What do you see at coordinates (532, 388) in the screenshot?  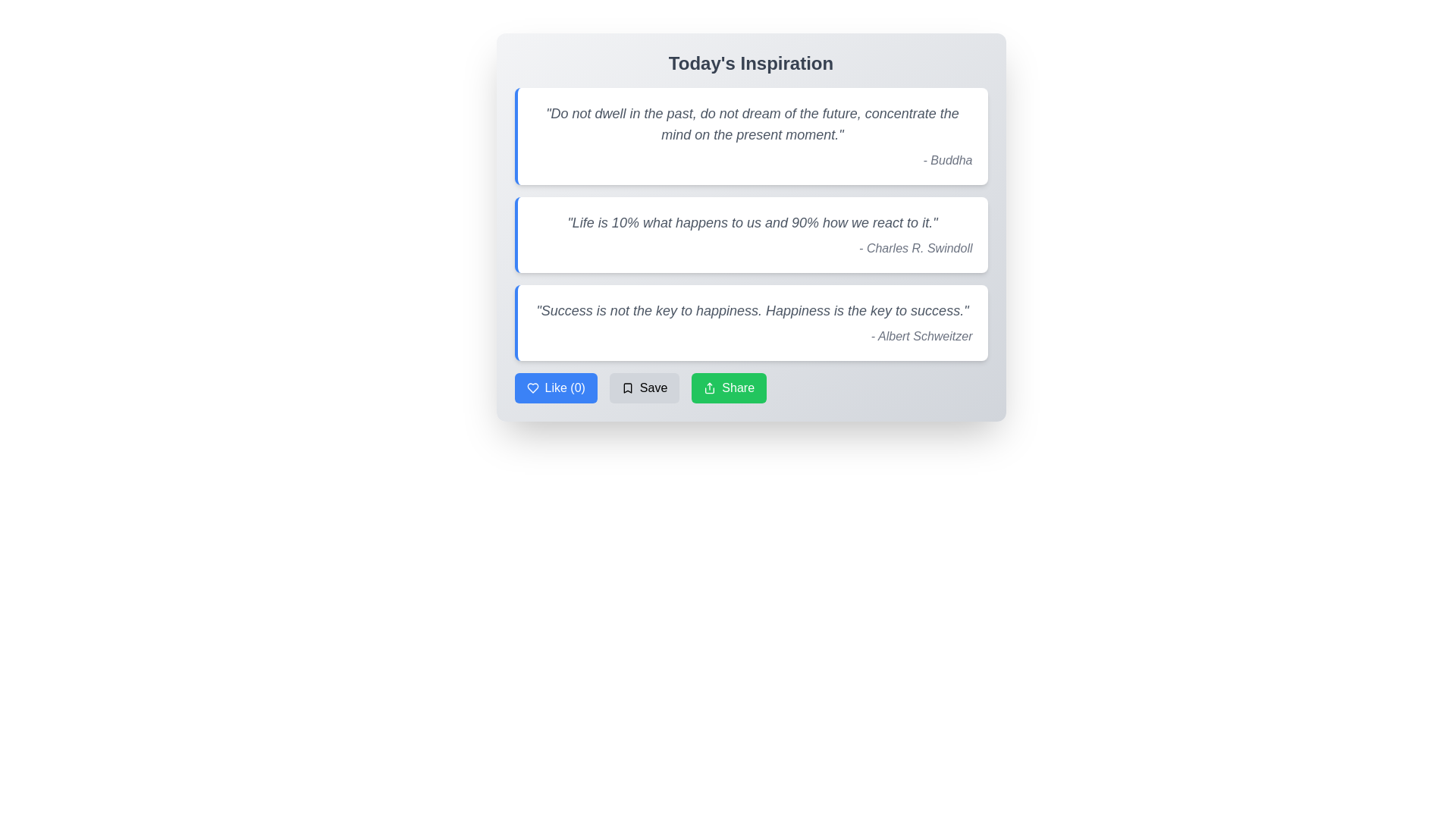 I see `the heart-shaped SVG icon located at the bottom-left corner of the interface, which is part of an interactive button cluster including 'Like', 'Save', and 'Share'` at bounding box center [532, 388].